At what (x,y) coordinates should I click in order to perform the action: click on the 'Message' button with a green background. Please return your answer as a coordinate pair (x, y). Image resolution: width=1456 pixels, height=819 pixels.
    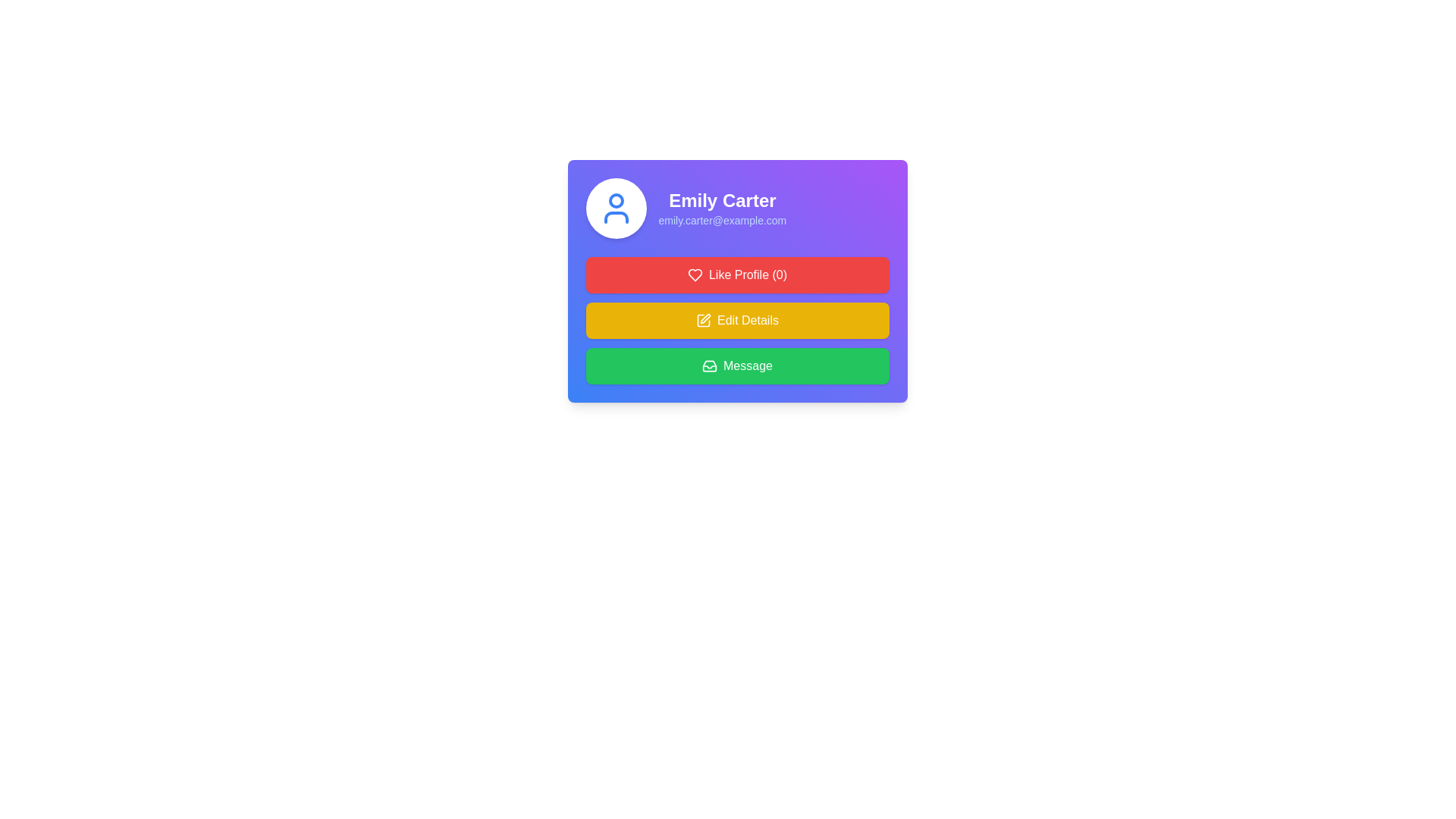
    Looking at the image, I should click on (737, 366).